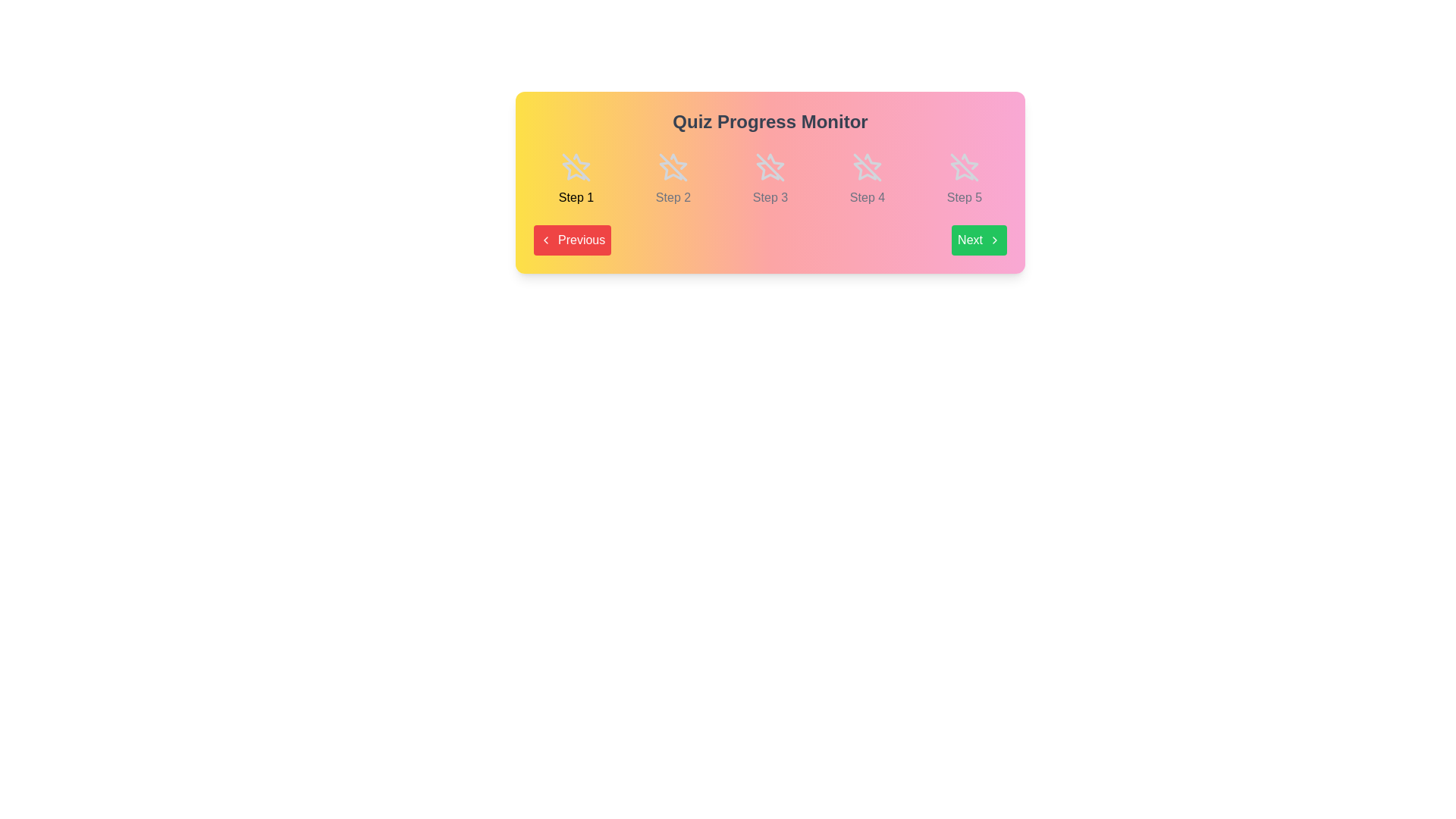  Describe the element at coordinates (673, 167) in the screenshot. I see `the disabled star icon representing step 2 in the Quiz Progress Monitor to mark or navigate to this step in the sequence` at that location.